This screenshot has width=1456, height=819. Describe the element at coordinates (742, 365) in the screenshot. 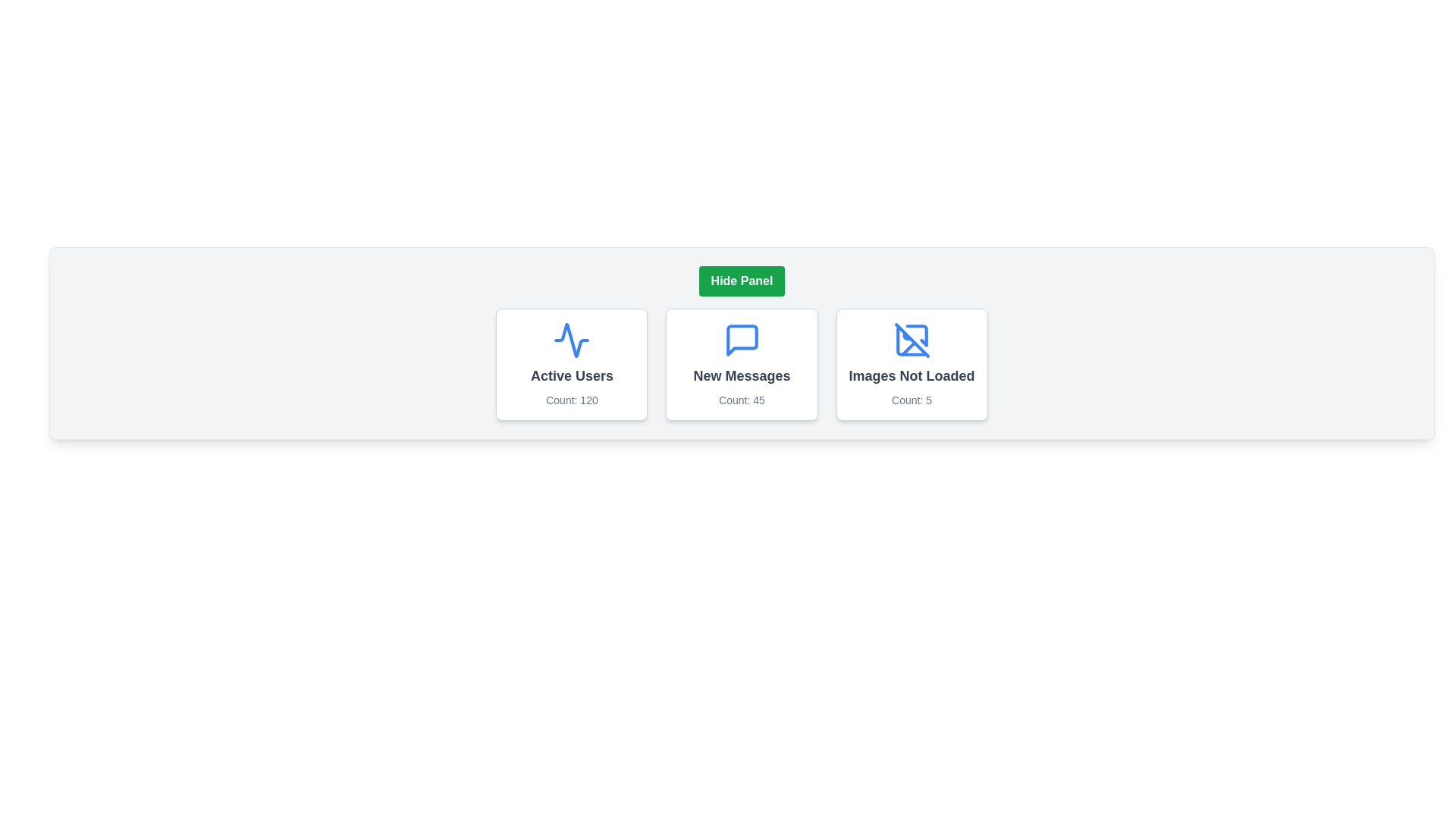

I see `the Information card that displays 'New Messages' with a count of 45, located in the center column of a three-column grid` at that location.